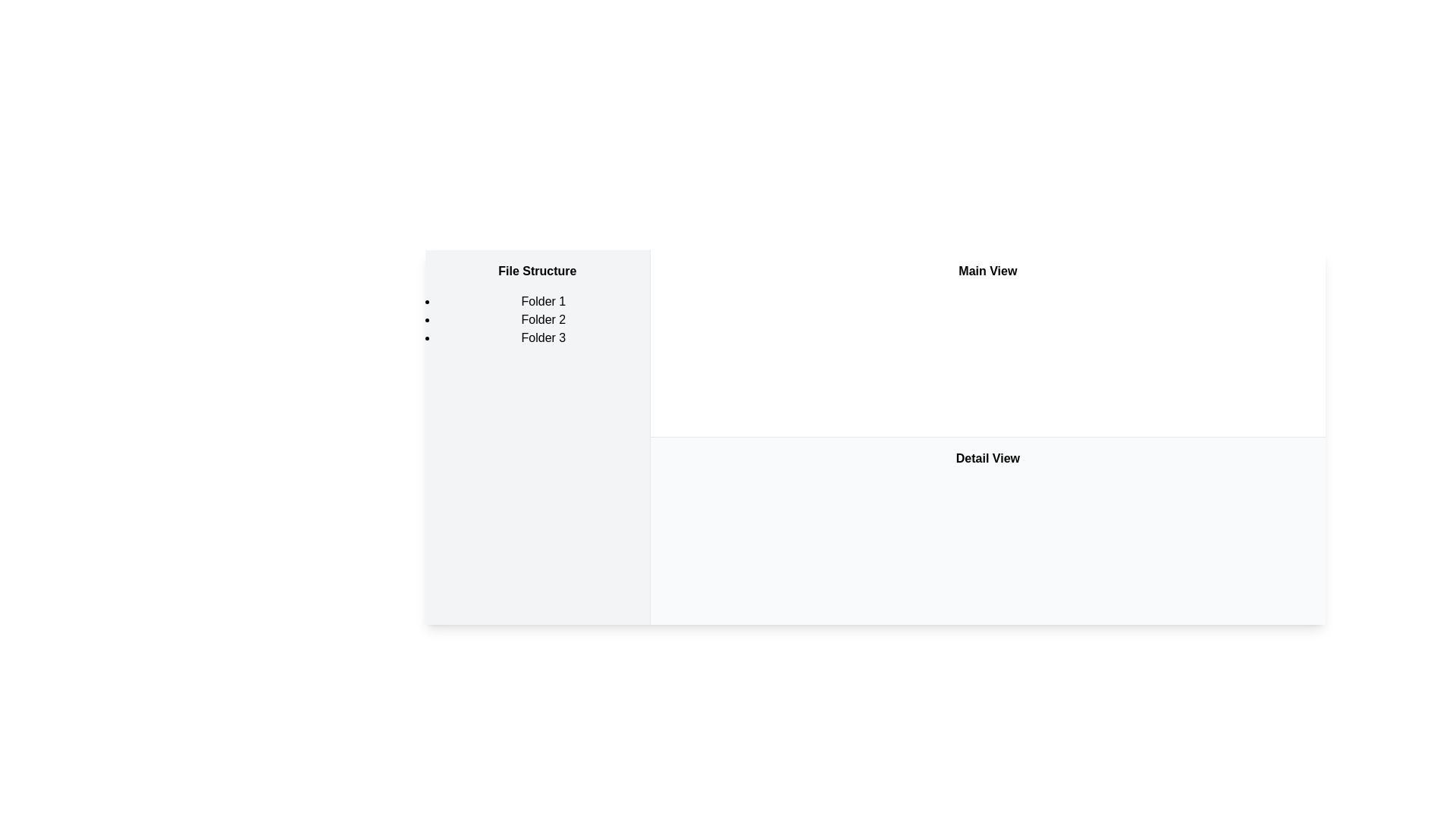 The image size is (1456, 819). Describe the element at coordinates (543, 318) in the screenshot. I see `text label displaying 'Folder 2', which is the second item in a vertical list of three items labeled 'Folder 1', 'Folder 2', and 'Folder 3'` at that location.